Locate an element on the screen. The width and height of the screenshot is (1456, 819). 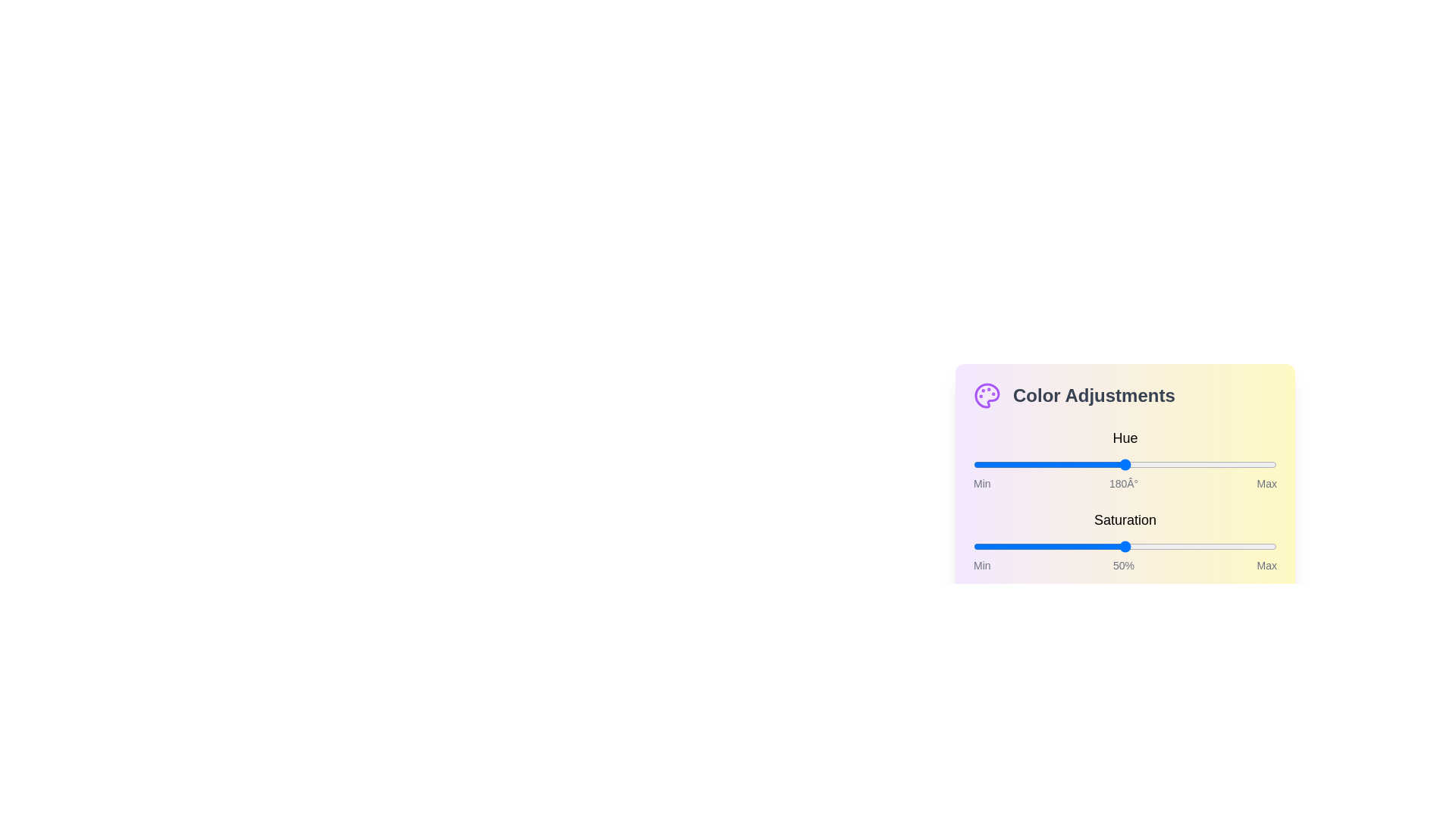
the hue slider to 308 degrees is located at coordinates (1233, 464).